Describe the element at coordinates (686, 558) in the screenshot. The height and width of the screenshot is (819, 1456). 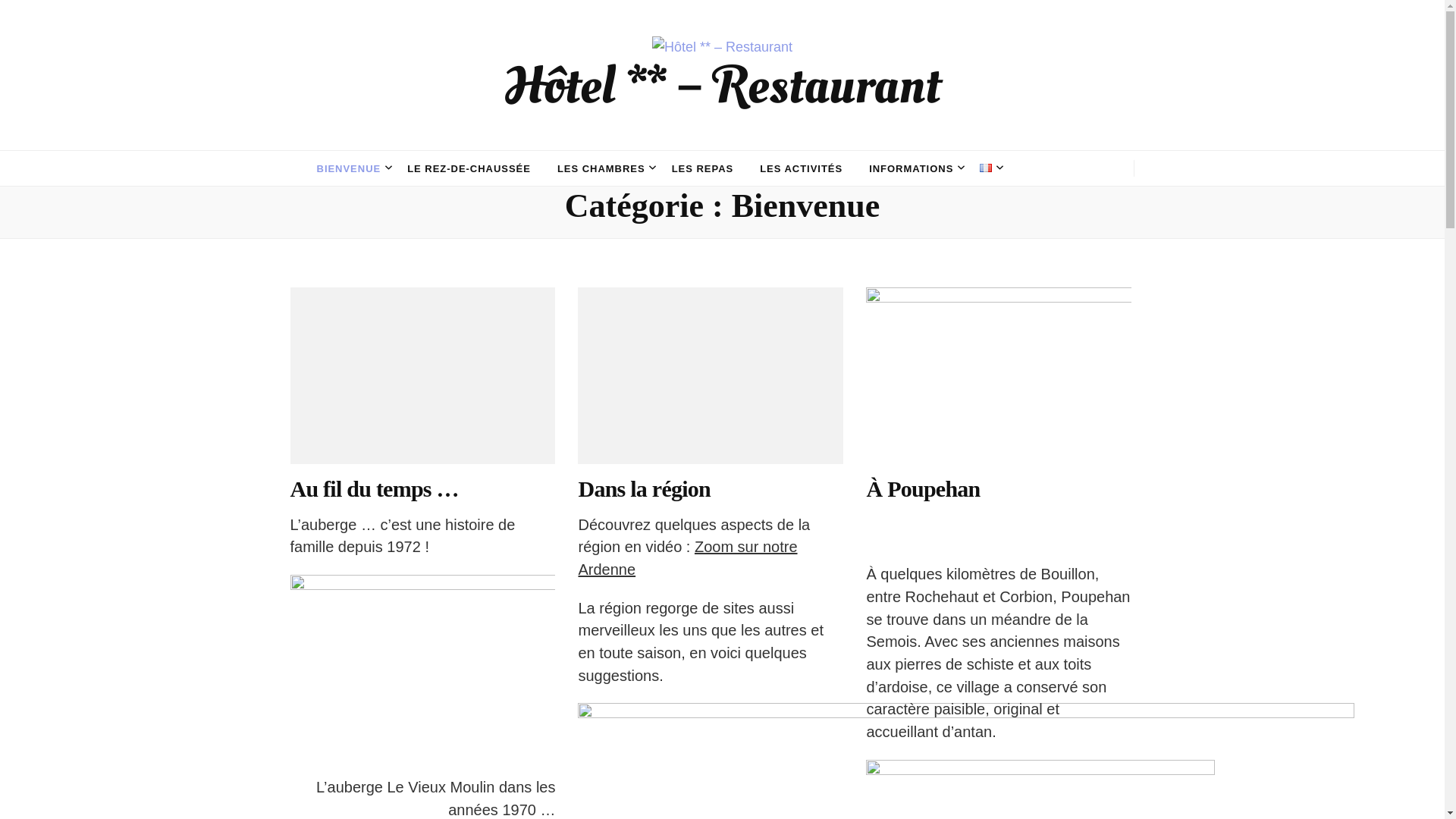
I see `'Zoom sur notre Ardenne'` at that location.